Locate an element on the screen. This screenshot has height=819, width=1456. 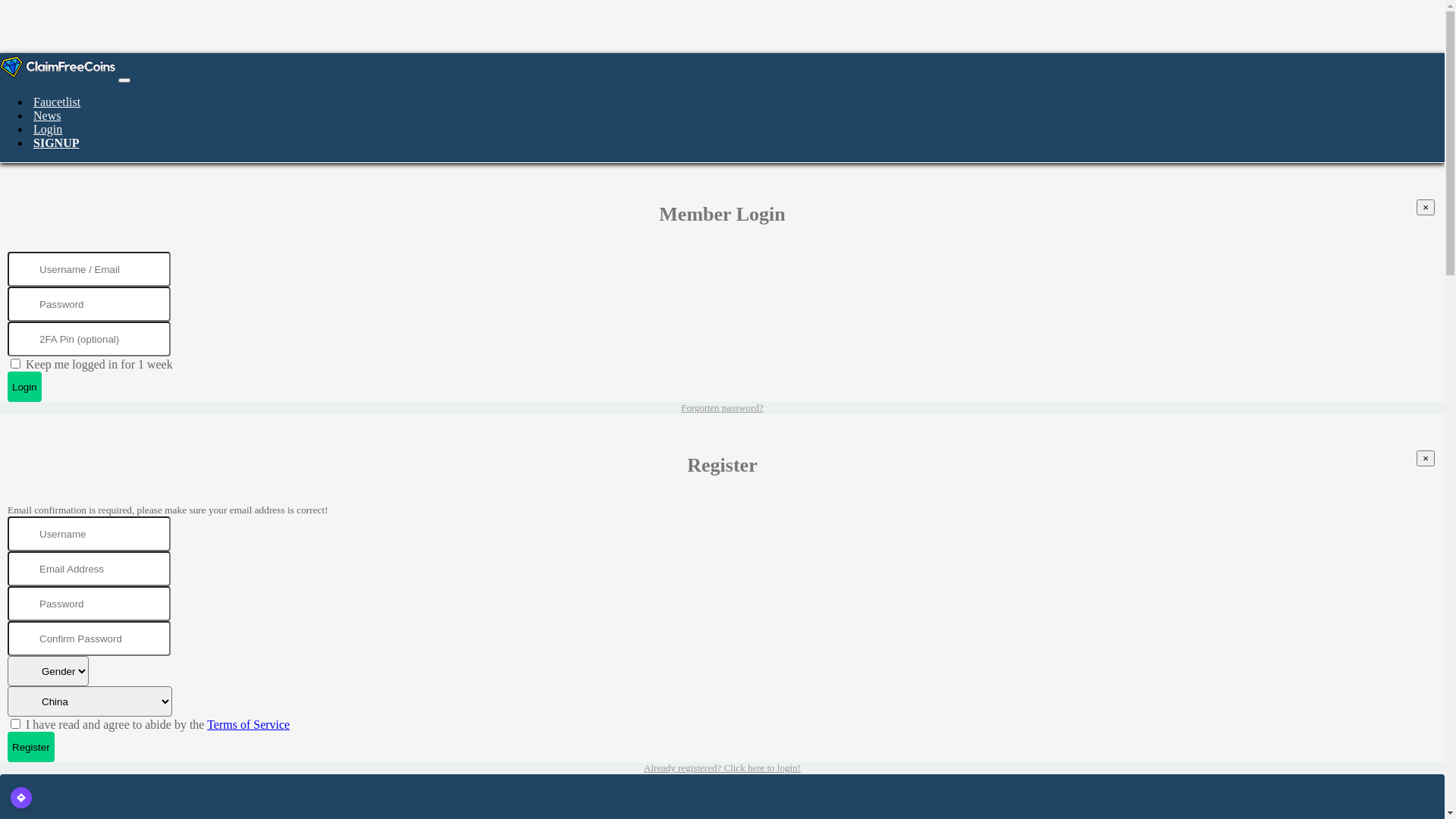
'Faucetlist' is located at coordinates (57, 102).